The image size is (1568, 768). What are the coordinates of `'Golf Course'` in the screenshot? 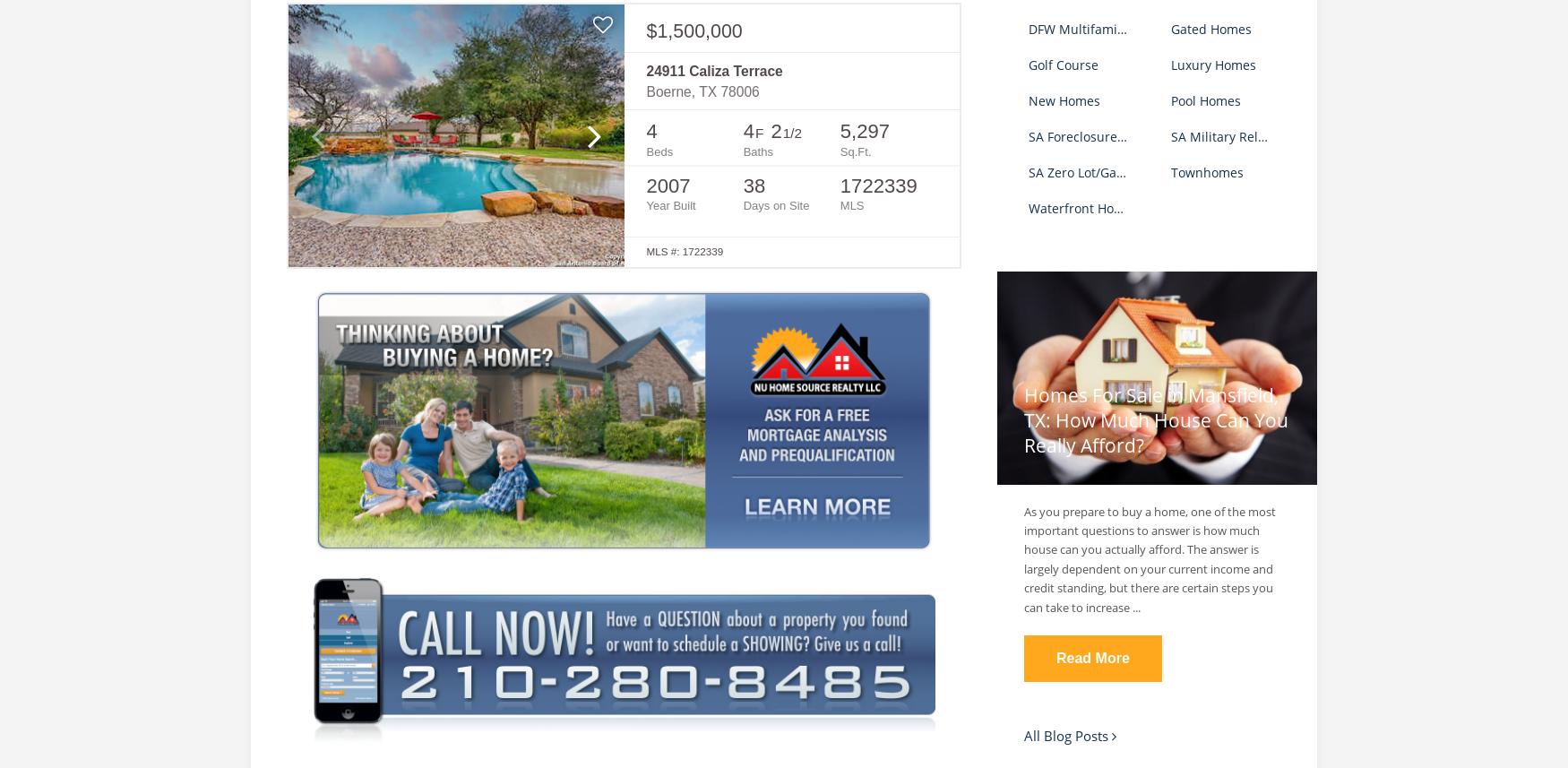 It's located at (1063, 63).